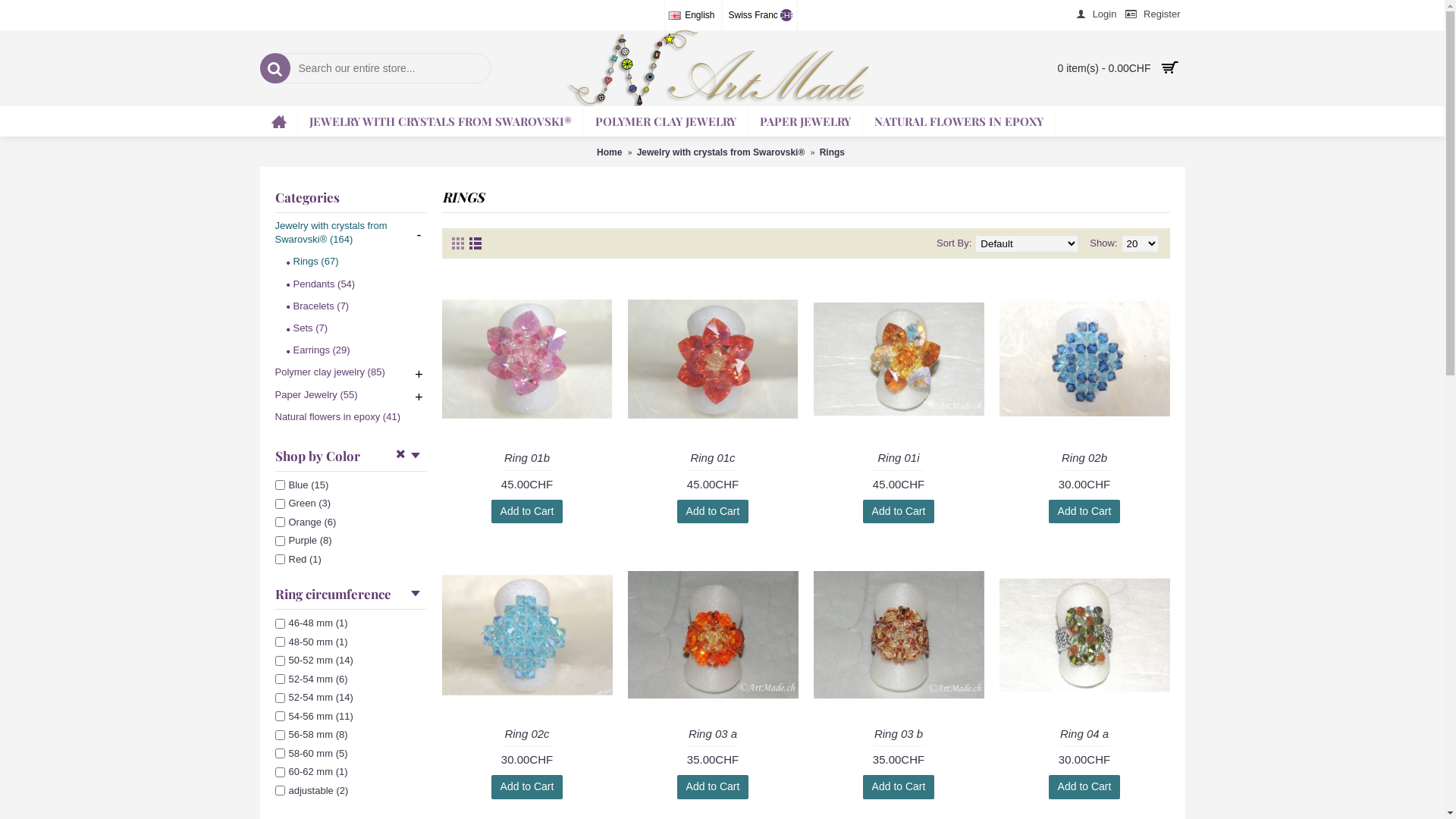 The height and width of the screenshot is (819, 1456). What do you see at coordinates (666, 120) in the screenshot?
I see `'POLYMER CLAY JEWELRY'` at bounding box center [666, 120].